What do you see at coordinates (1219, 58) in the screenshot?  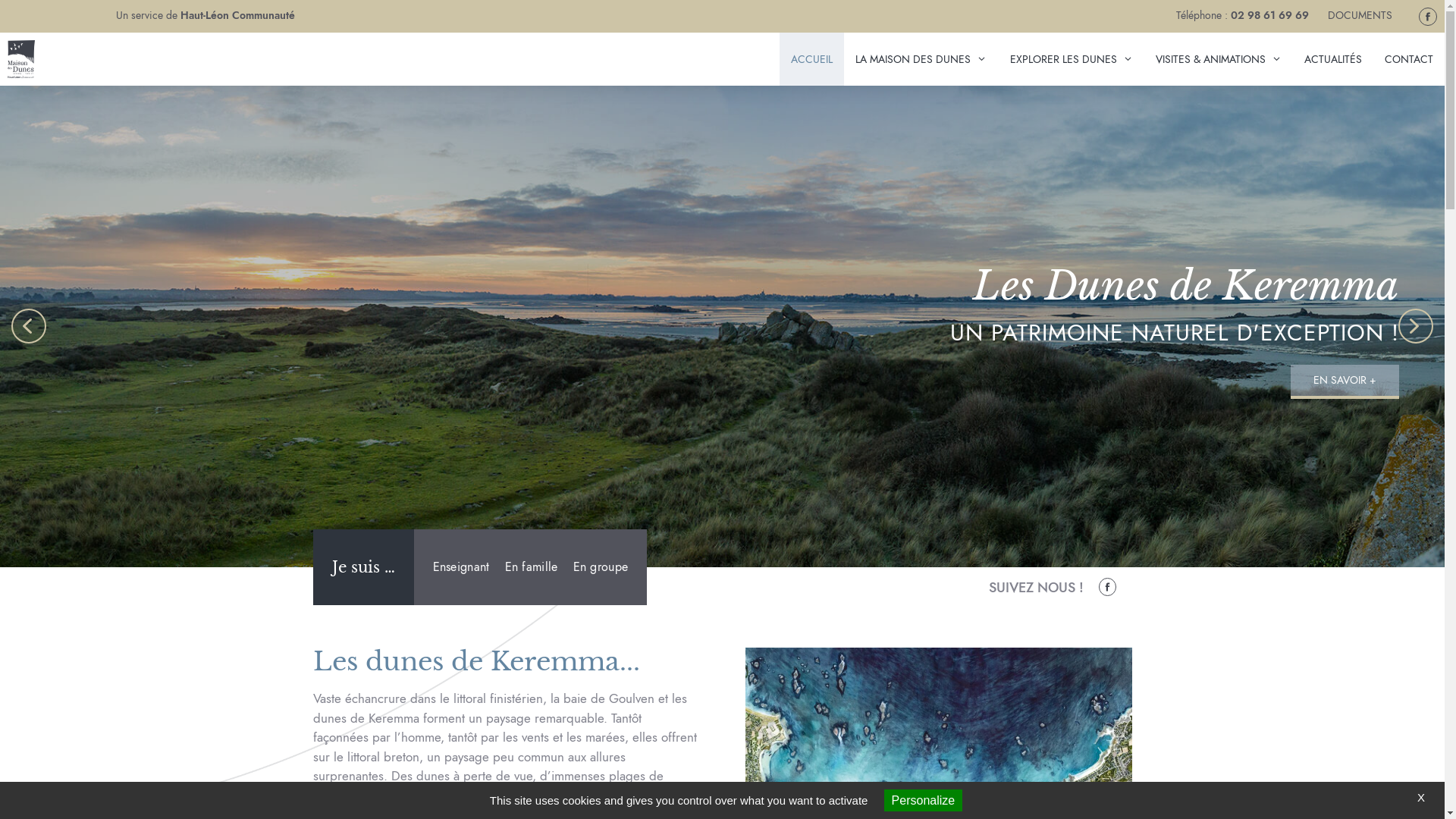 I see `'VISITES & ANIMATIONS'` at bounding box center [1219, 58].